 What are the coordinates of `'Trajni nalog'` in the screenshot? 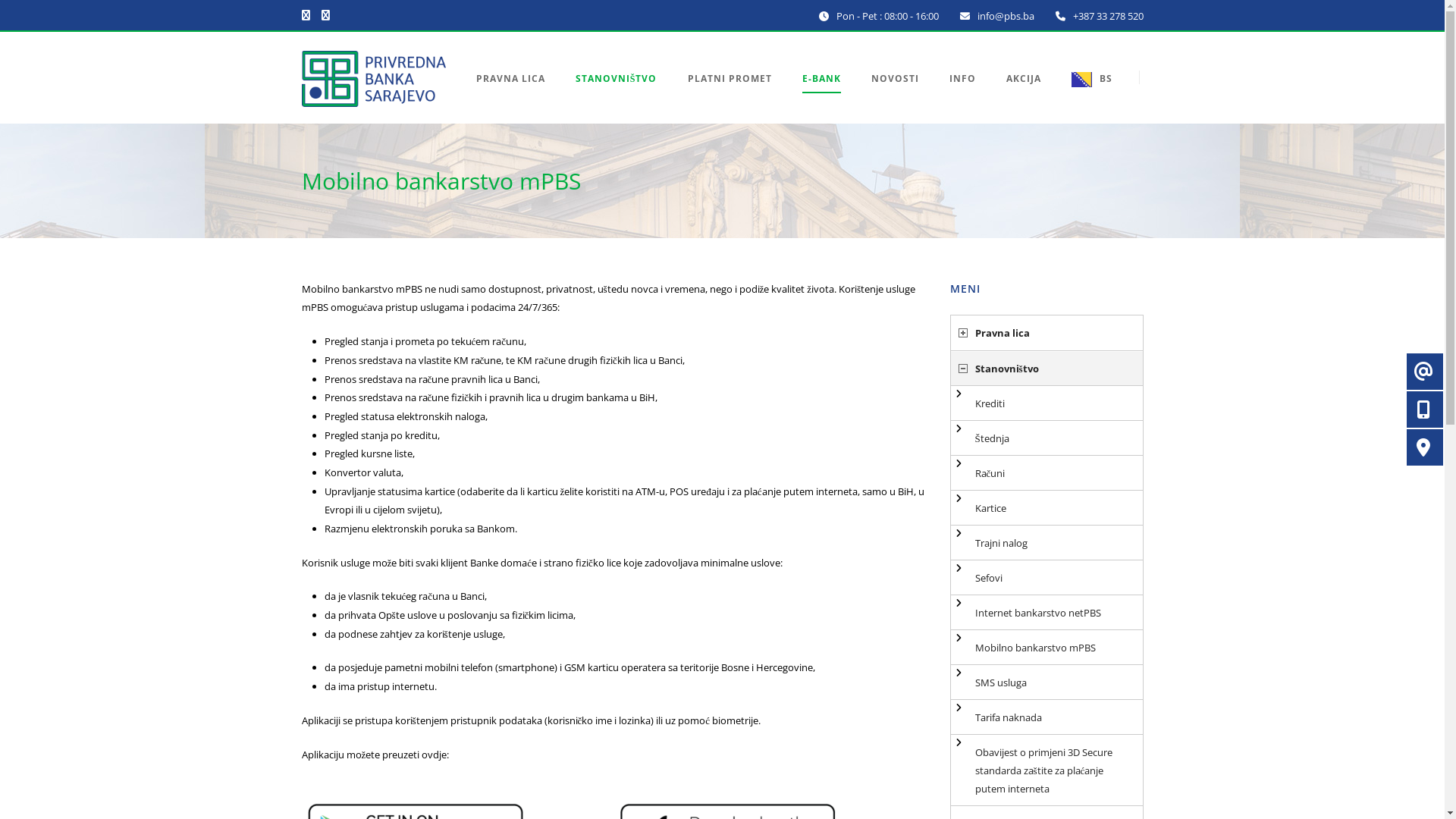 It's located at (1046, 542).